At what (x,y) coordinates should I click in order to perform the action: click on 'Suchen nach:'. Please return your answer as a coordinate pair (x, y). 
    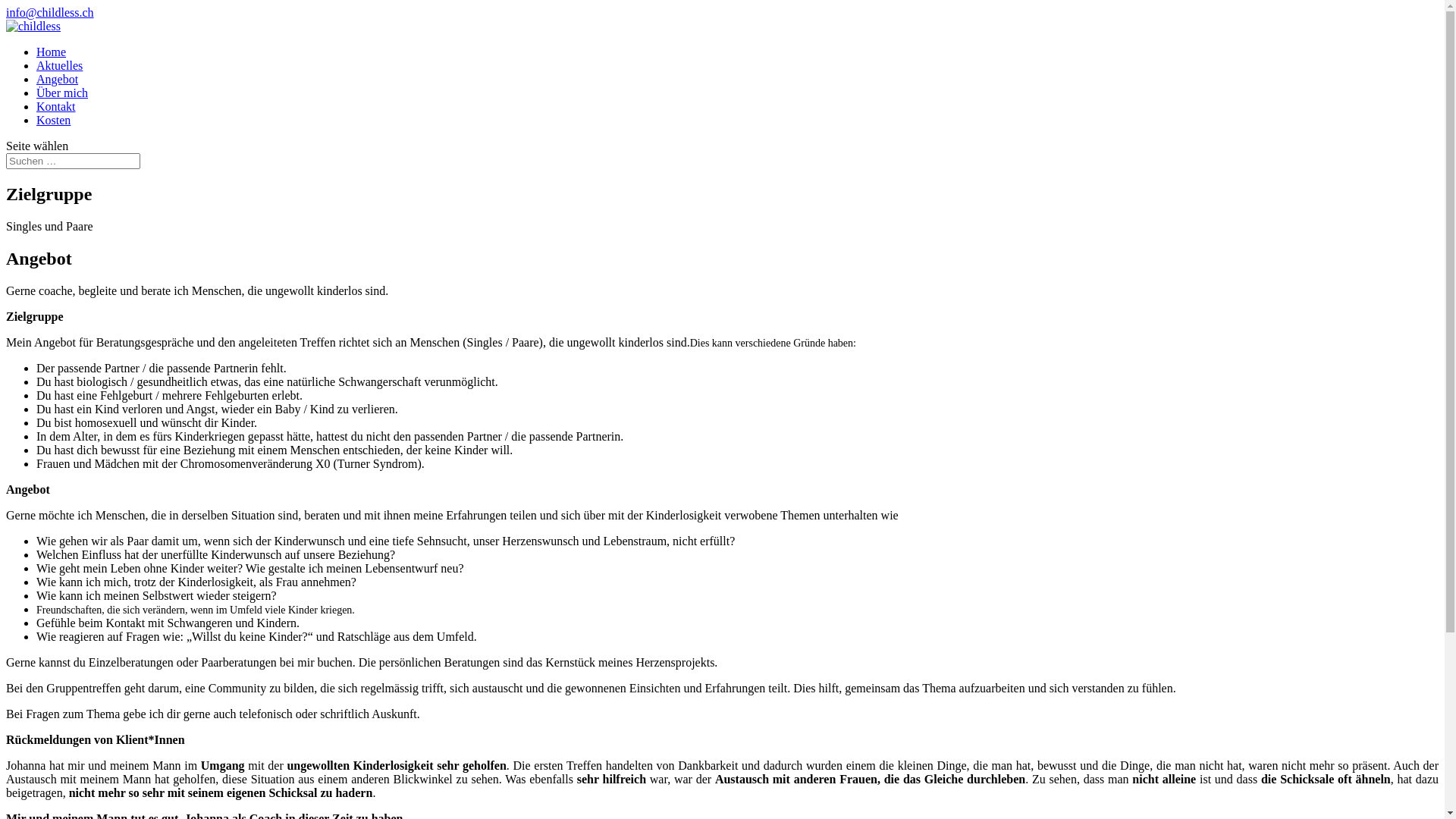
    Looking at the image, I should click on (72, 161).